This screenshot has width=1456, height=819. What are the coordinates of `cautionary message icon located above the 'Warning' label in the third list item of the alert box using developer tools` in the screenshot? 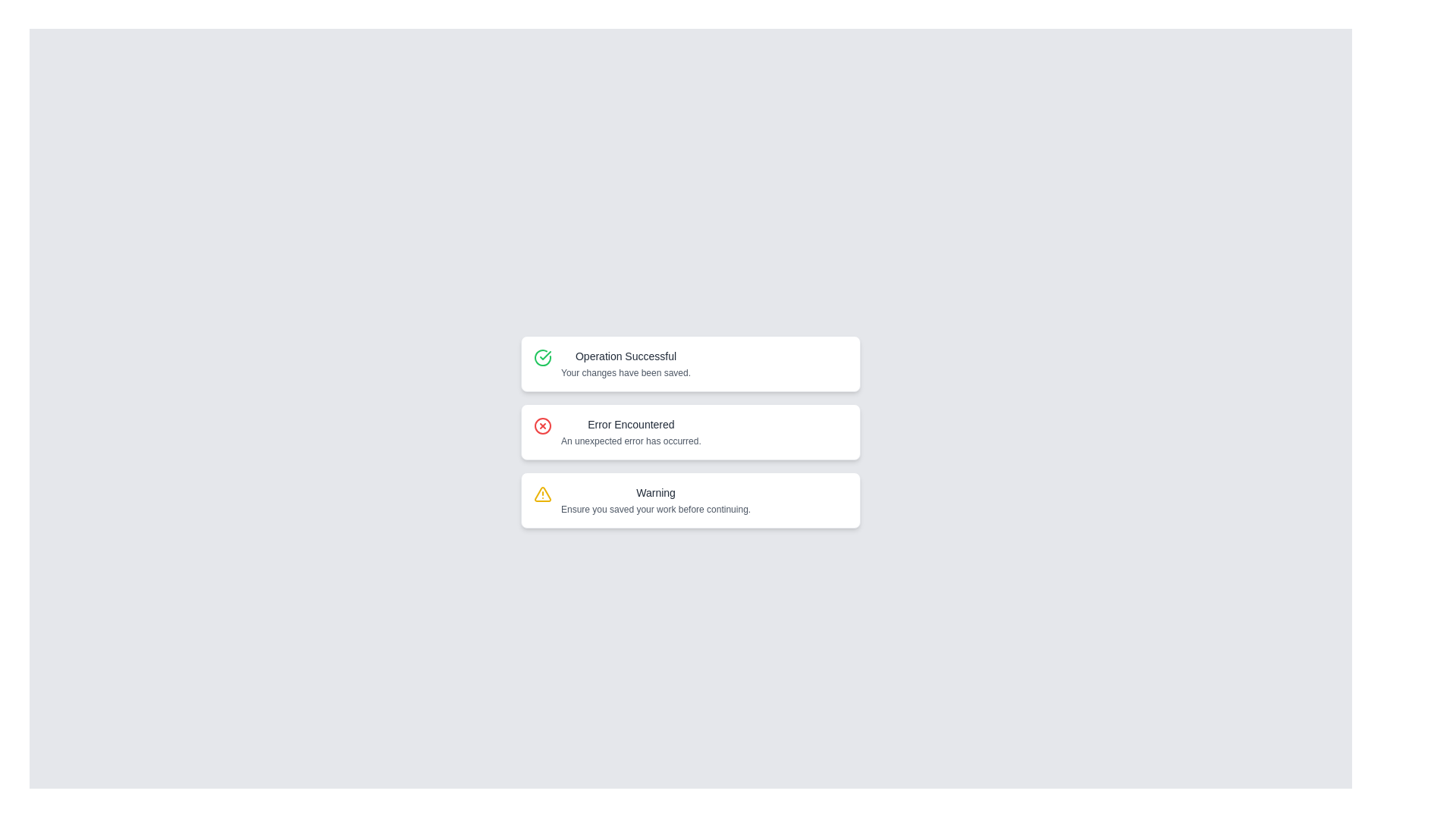 It's located at (542, 494).